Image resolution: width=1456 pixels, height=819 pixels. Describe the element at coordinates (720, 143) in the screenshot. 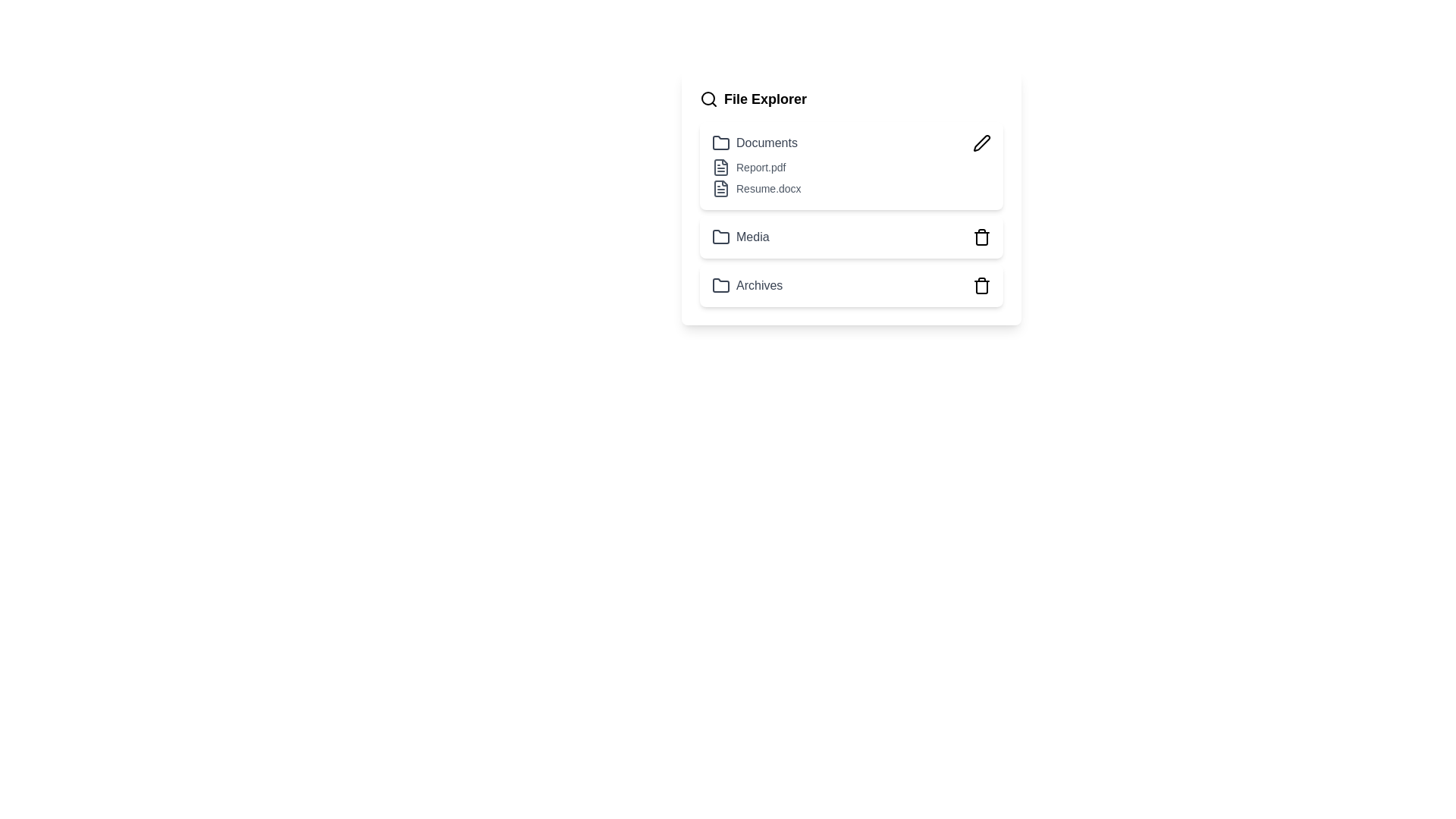

I see `the folder icon representing the 'Documents' section in the file explorer, which is the first item in the vertical list under the 'File Explorer' title` at that location.